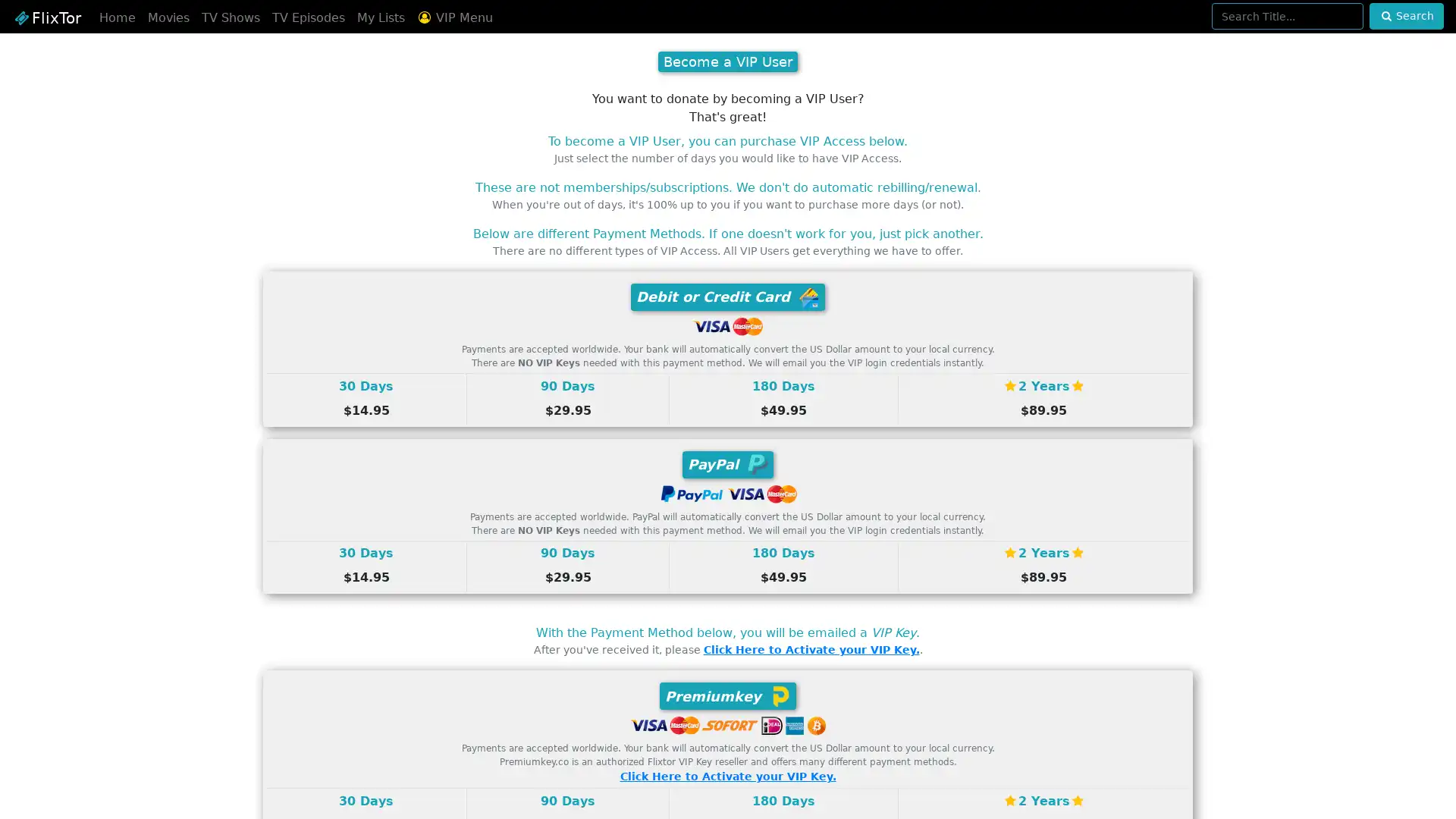 The image size is (1456, 819). I want to click on VIP Menu, so click(453, 17).